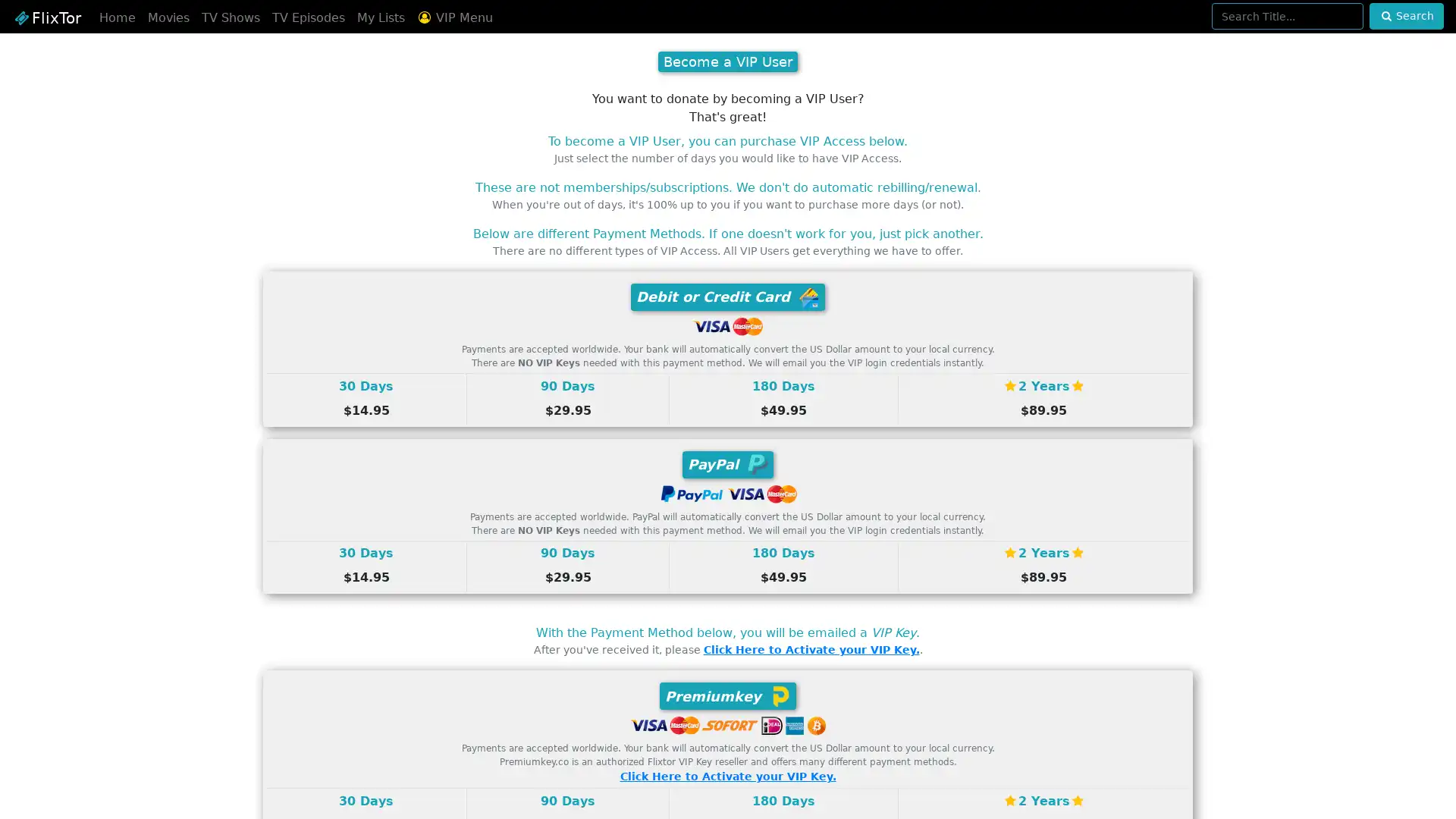 The image size is (1456, 819). I want to click on VIP Menu, so click(453, 17).